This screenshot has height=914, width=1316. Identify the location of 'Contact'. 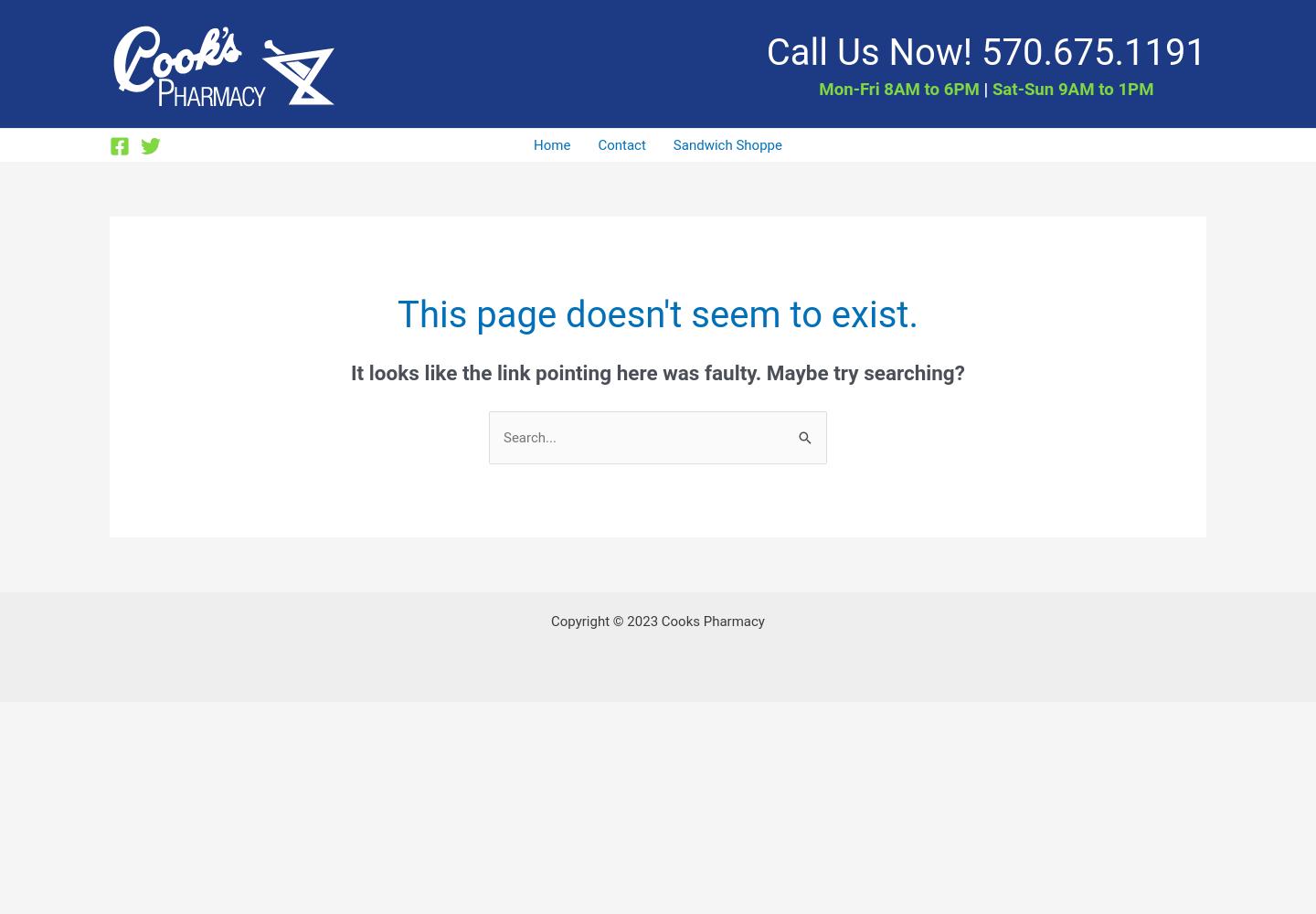
(621, 145).